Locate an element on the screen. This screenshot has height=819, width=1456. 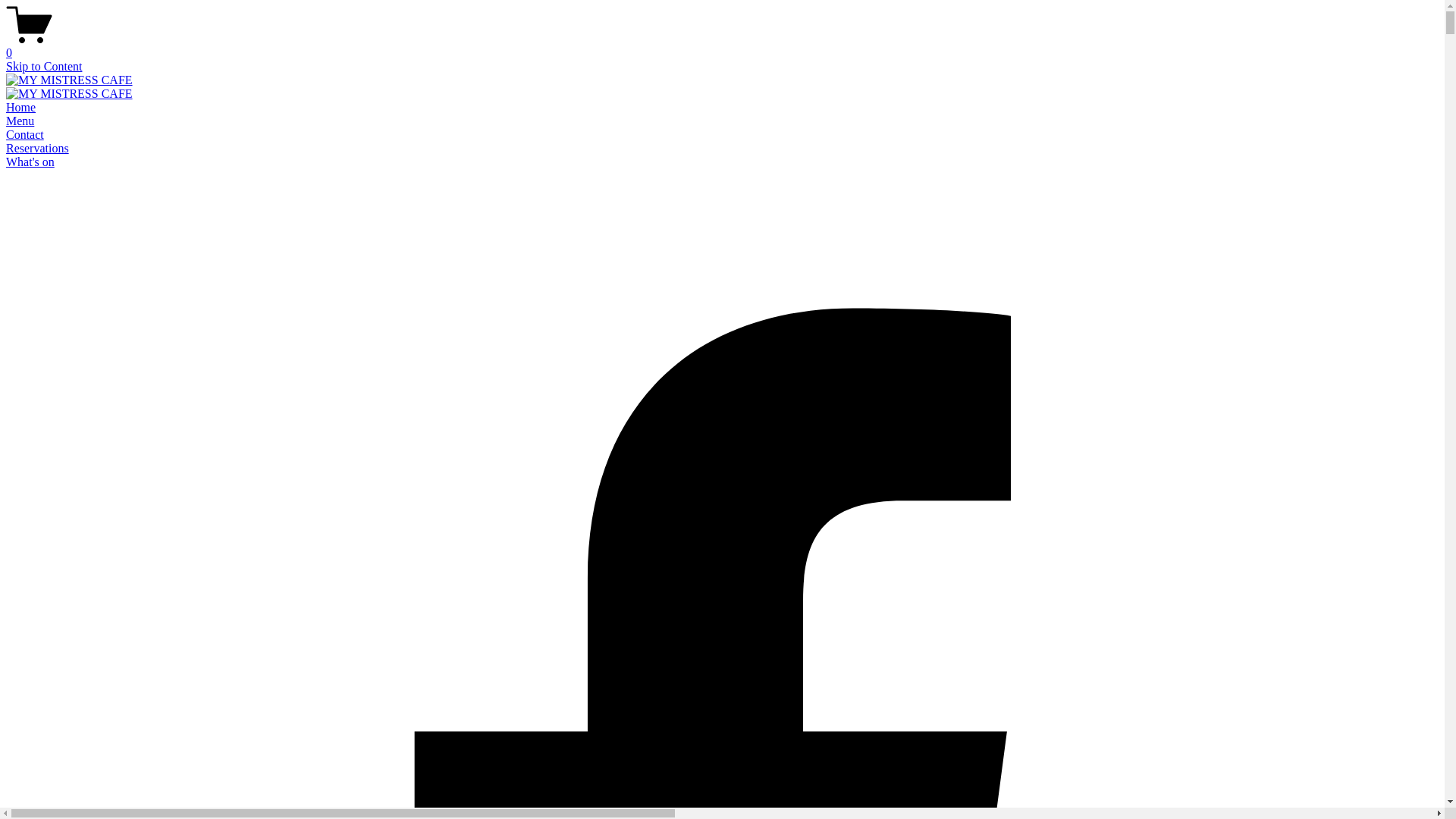
'Home' is located at coordinates (6, 106).